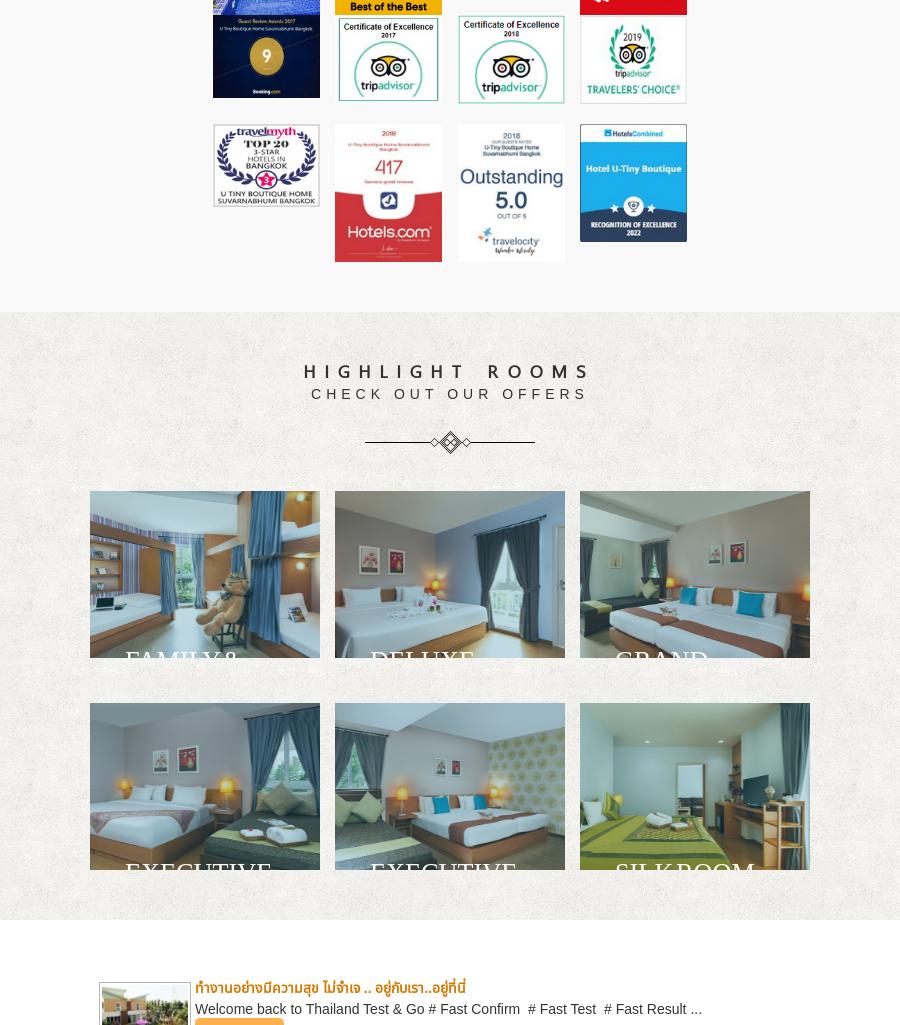 The image size is (900, 1025). What do you see at coordinates (329, 985) in the screenshot?
I see `'ทำงานอย่างมีความสุข ไม่จำเจ .. อยู่กับเรา..อยู่ที่นี่'` at bounding box center [329, 985].